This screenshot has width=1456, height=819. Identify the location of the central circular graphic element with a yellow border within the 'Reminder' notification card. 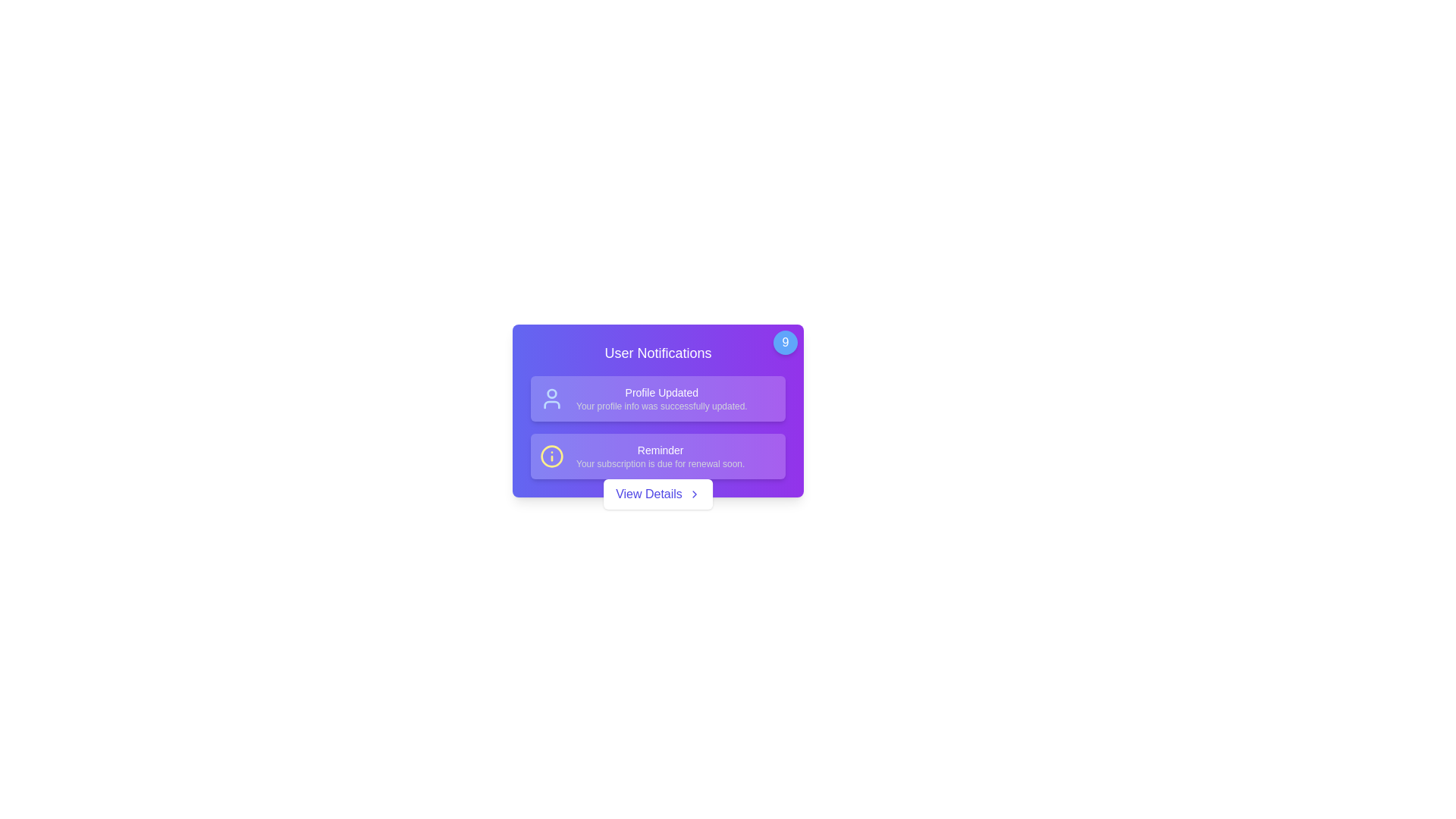
(551, 455).